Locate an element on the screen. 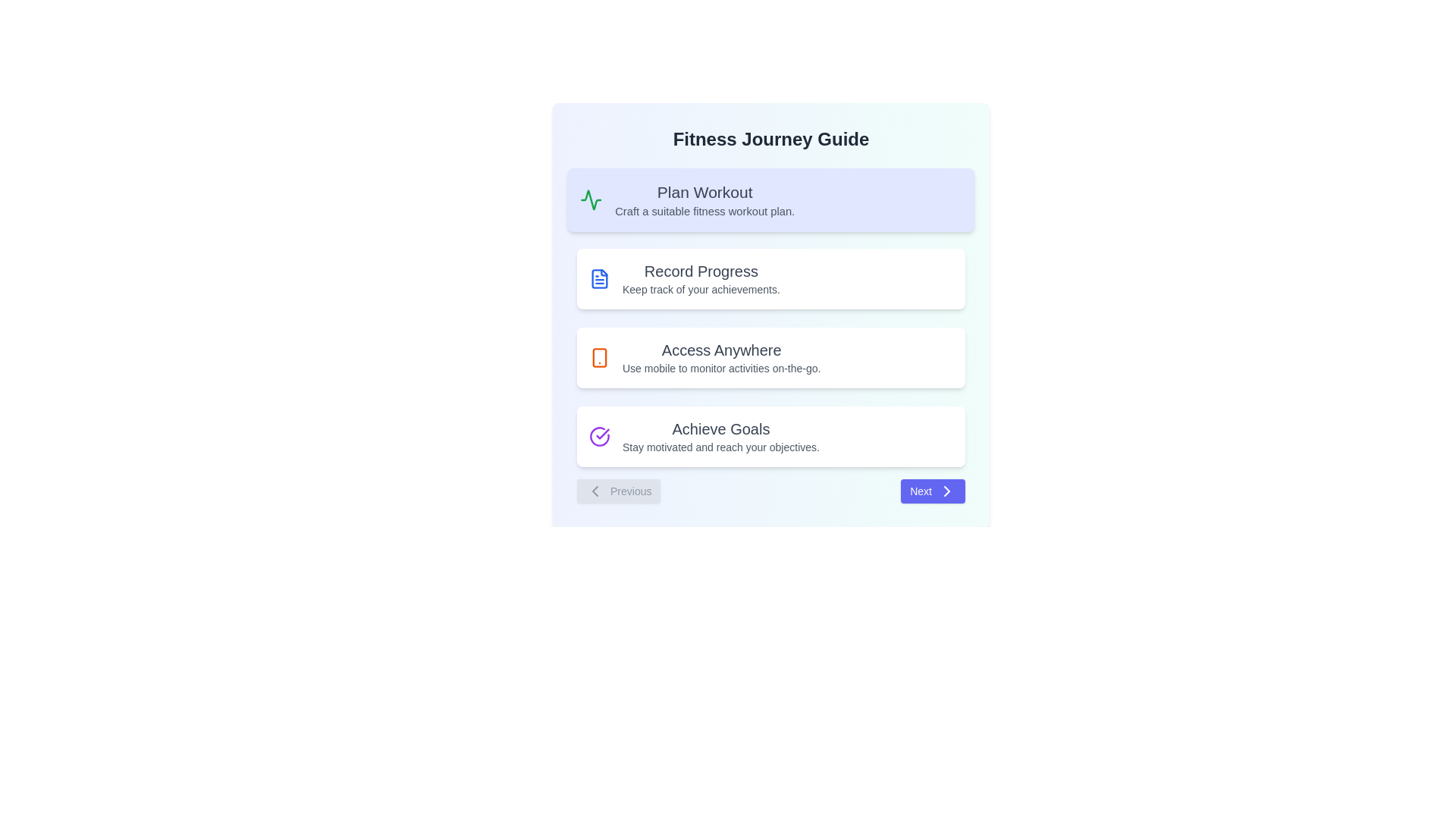 The image size is (1456, 819). the Text Label that serves as a heading for the section, which reads 'Record Progress' and is located between 'Plan Workout' and 'Access Anywhere' is located at coordinates (700, 271).